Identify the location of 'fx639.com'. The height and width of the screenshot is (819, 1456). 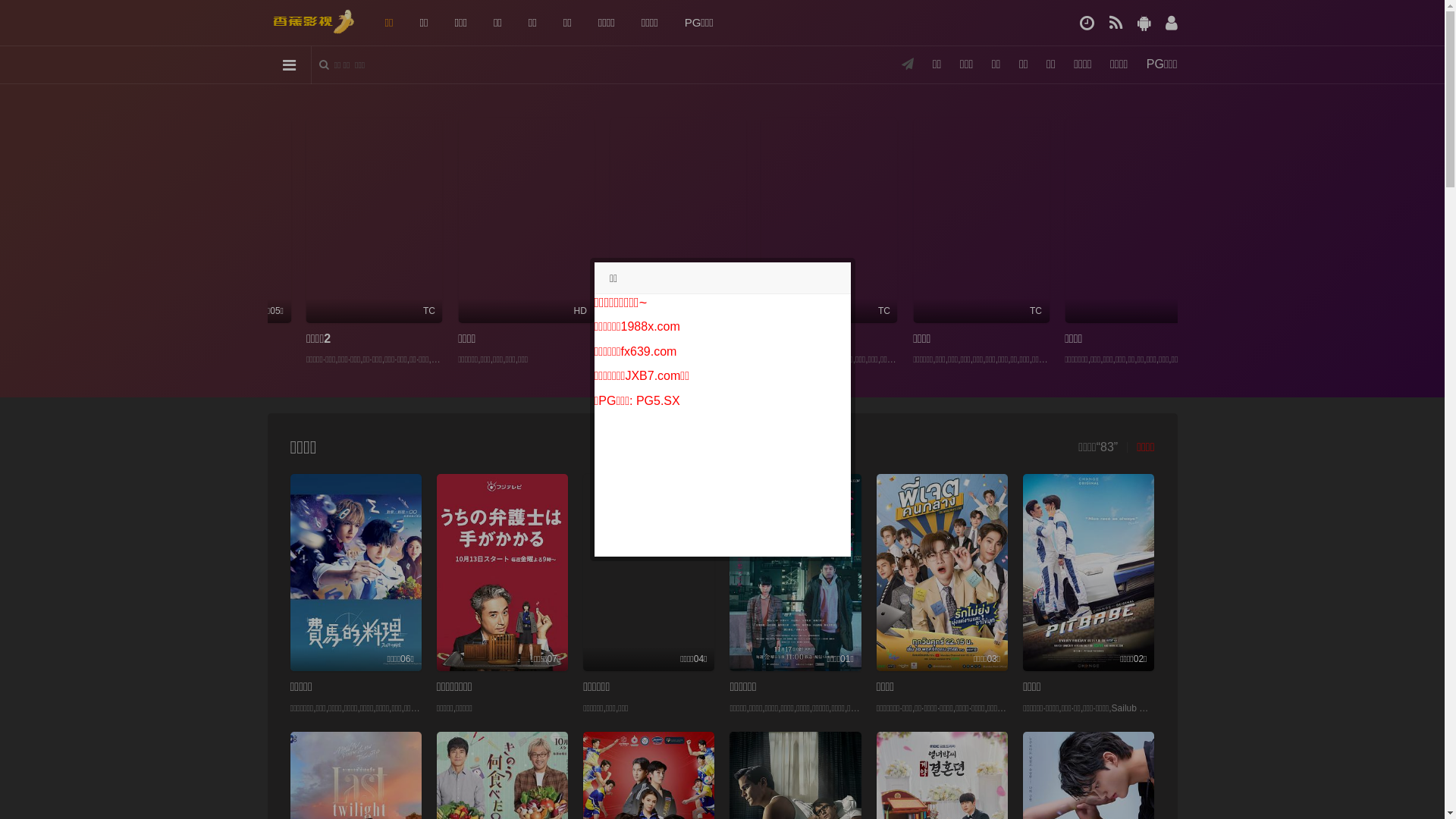
(648, 351).